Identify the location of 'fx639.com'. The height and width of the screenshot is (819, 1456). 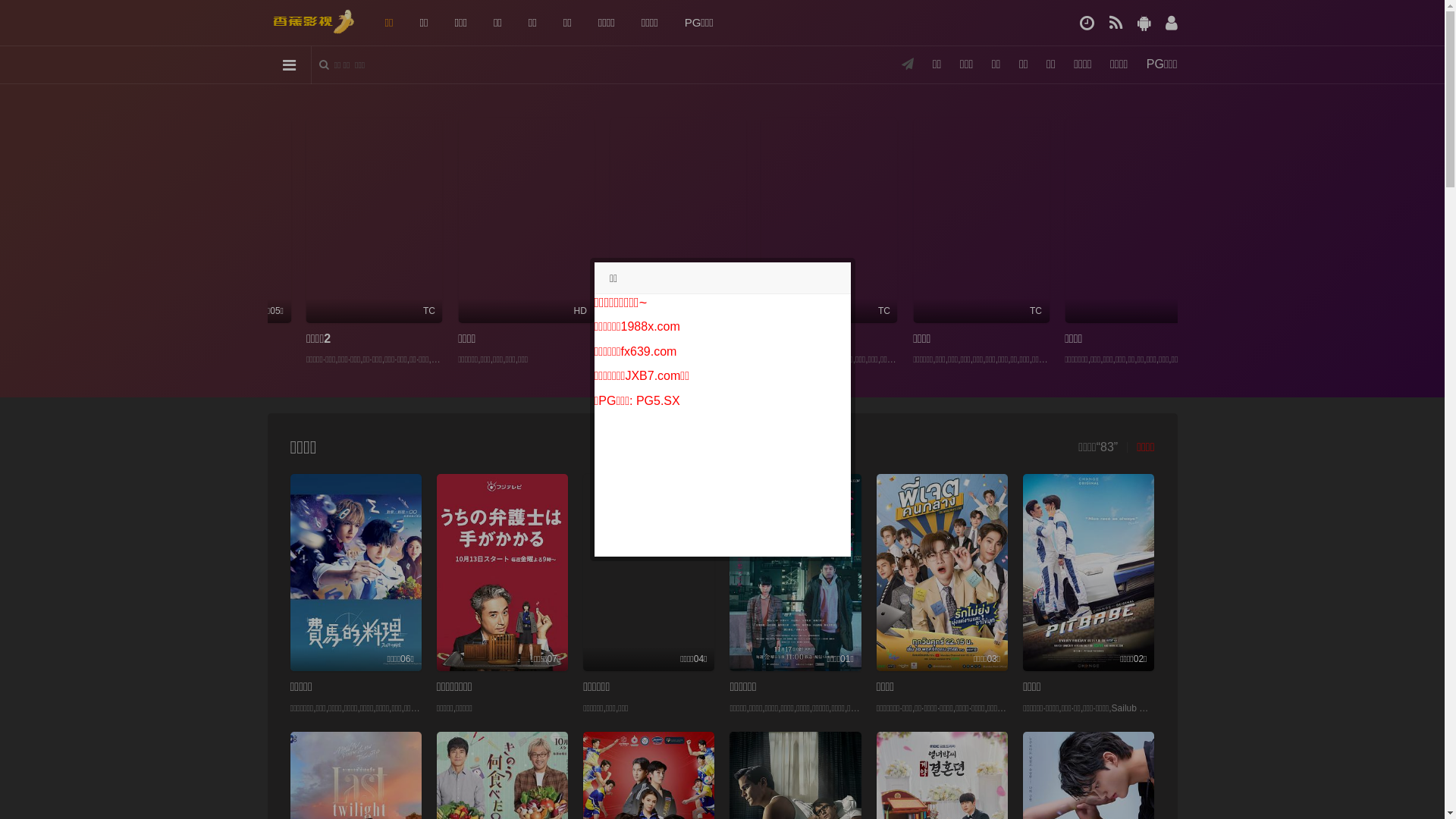
(648, 351).